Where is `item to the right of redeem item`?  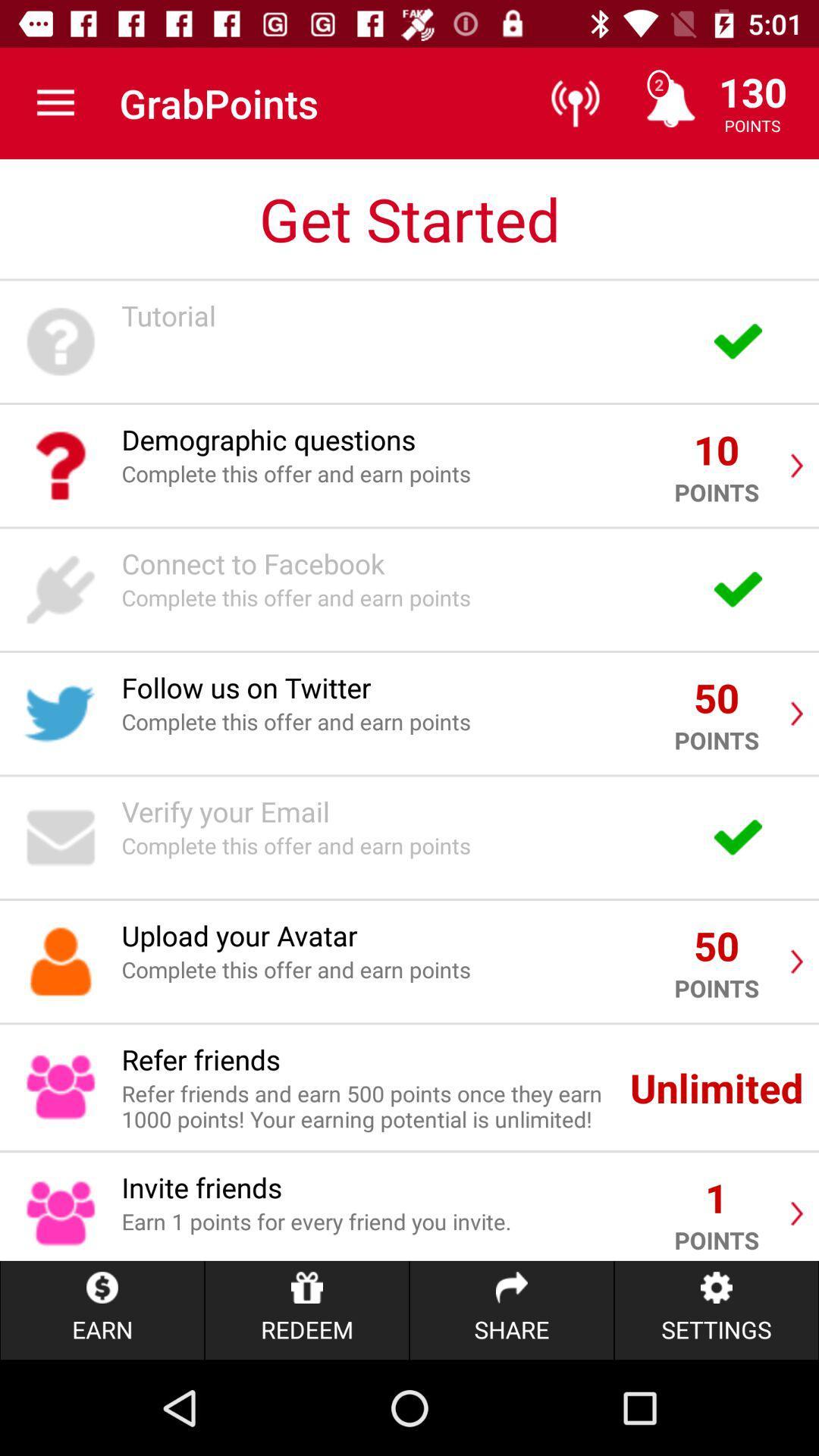 item to the right of redeem item is located at coordinates (512, 1310).